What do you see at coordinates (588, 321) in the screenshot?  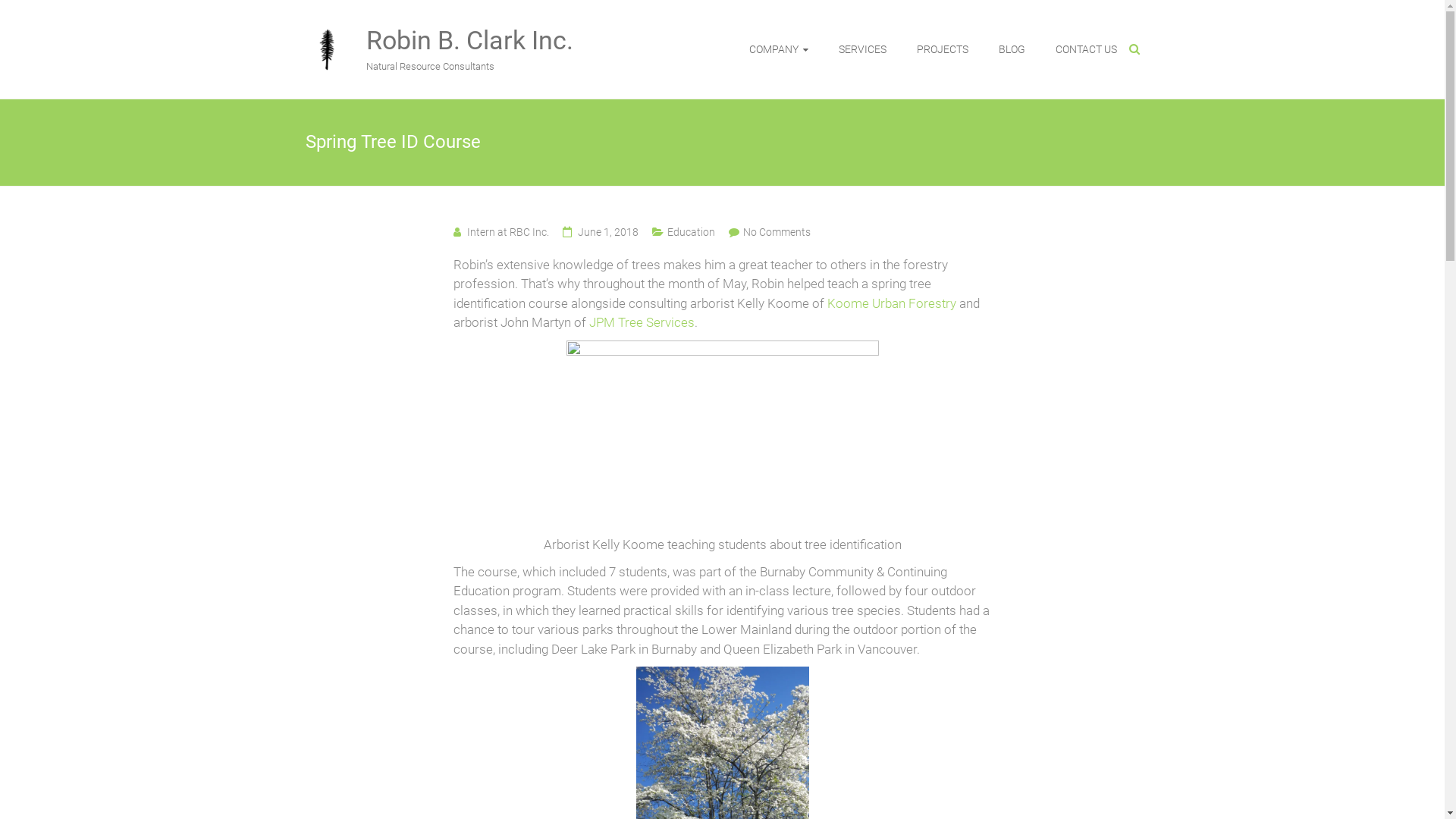 I see `'JPM Tree Services'` at bounding box center [588, 321].